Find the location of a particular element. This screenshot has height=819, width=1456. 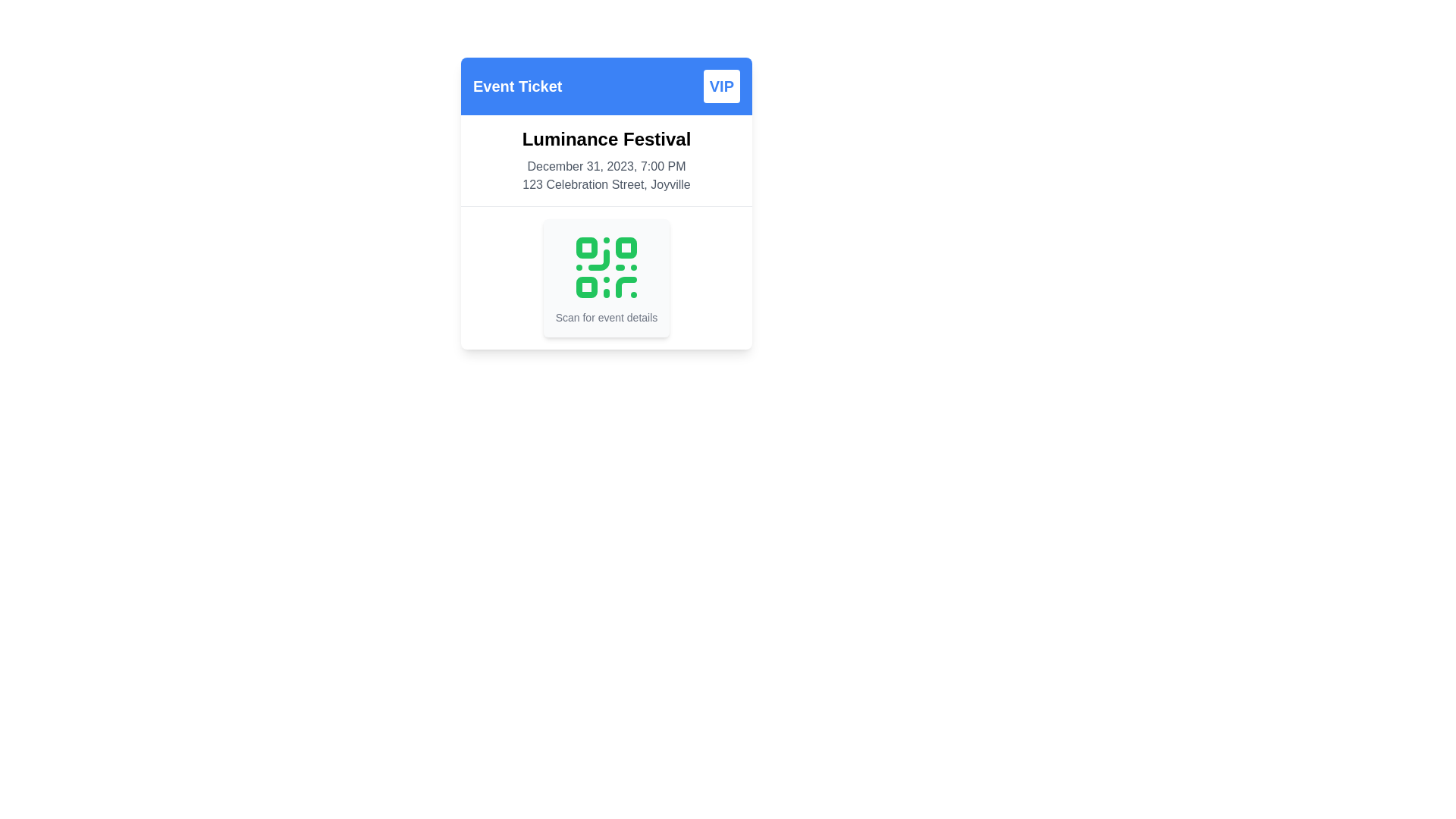

text label displaying 'Event Ticket' in bold white font on a blue background located in the header section is located at coordinates (517, 86).